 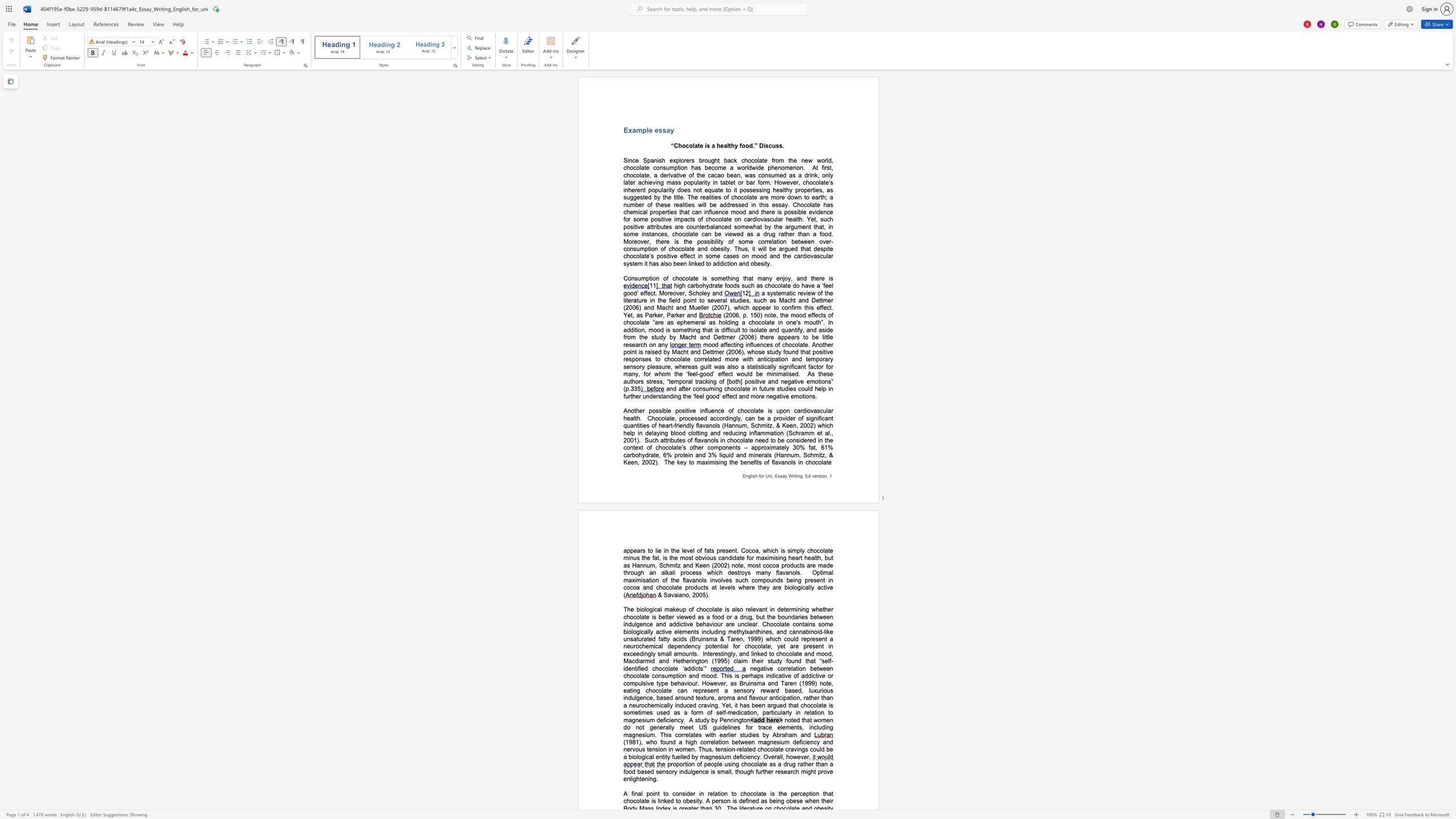 I want to click on the subset text "ller (2007" within the text "a systematic review of the literature in the field point to several studies, such as Macht and Dettmer (2006) and Macht and Mueller (2007), which", so click(x=700, y=307).